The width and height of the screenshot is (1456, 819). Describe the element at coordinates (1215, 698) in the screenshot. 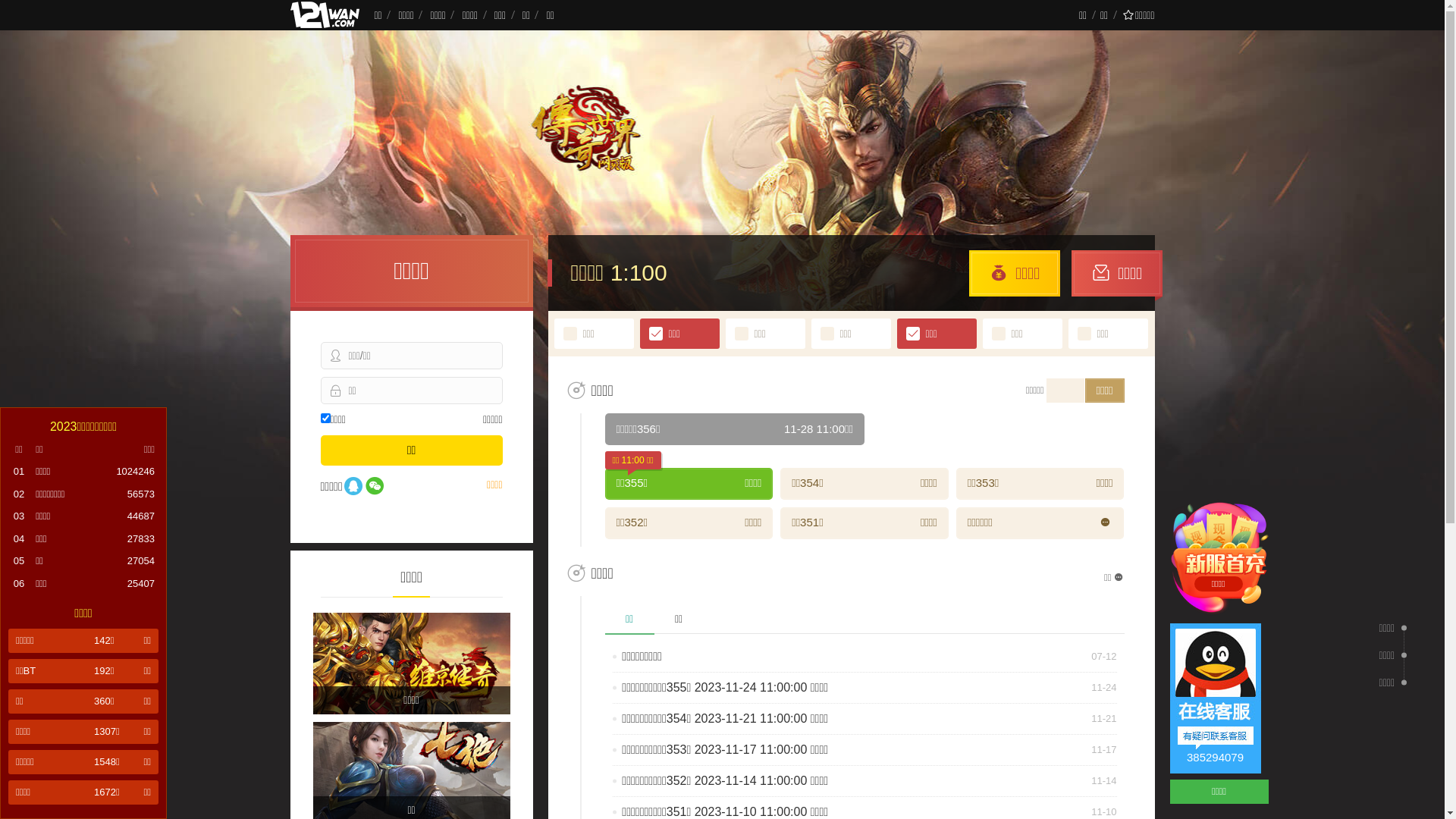

I see `'385294079'` at that location.